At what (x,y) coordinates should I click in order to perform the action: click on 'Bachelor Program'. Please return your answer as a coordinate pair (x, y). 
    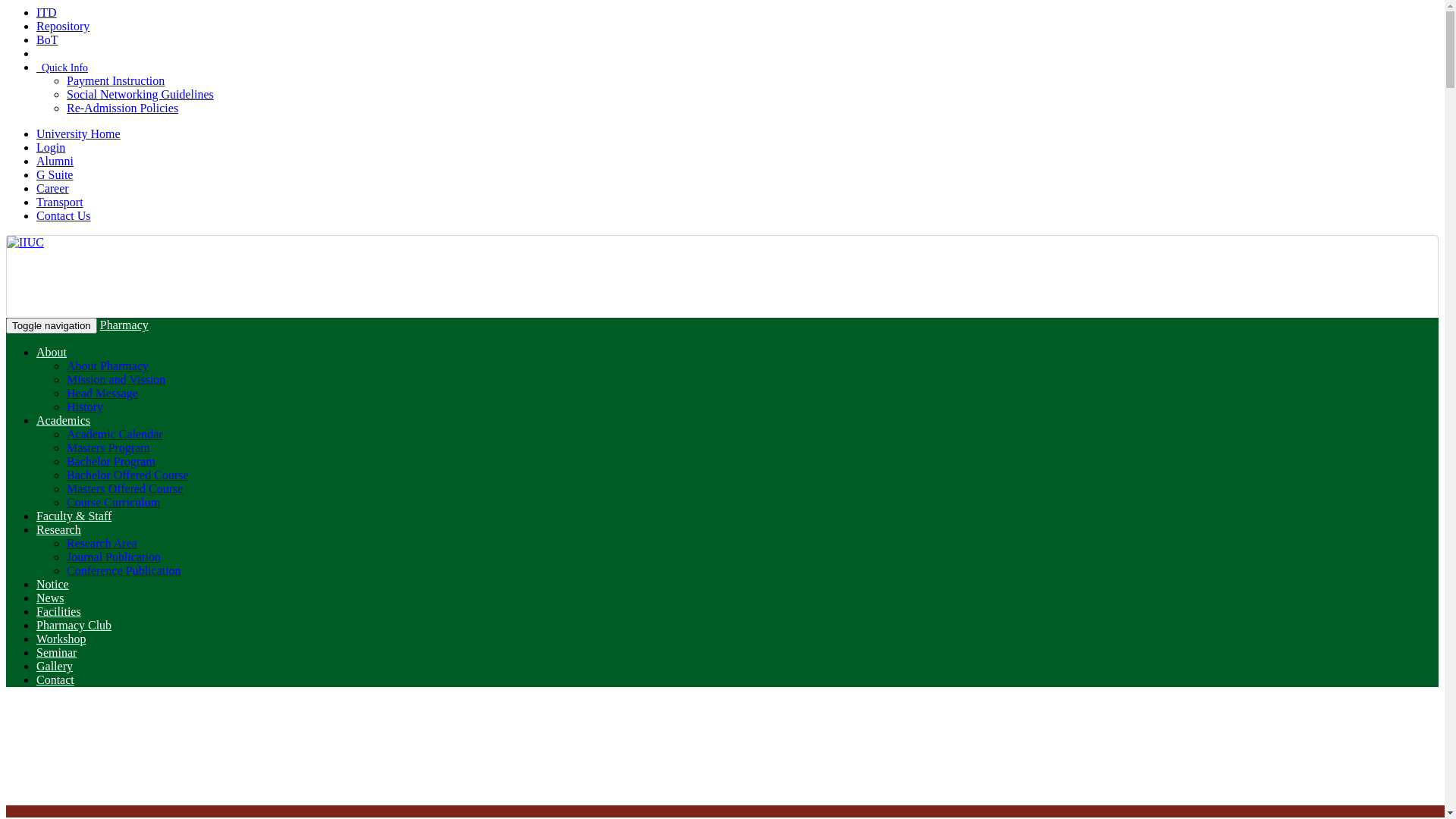
    Looking at the image, I should click on (110, 460).